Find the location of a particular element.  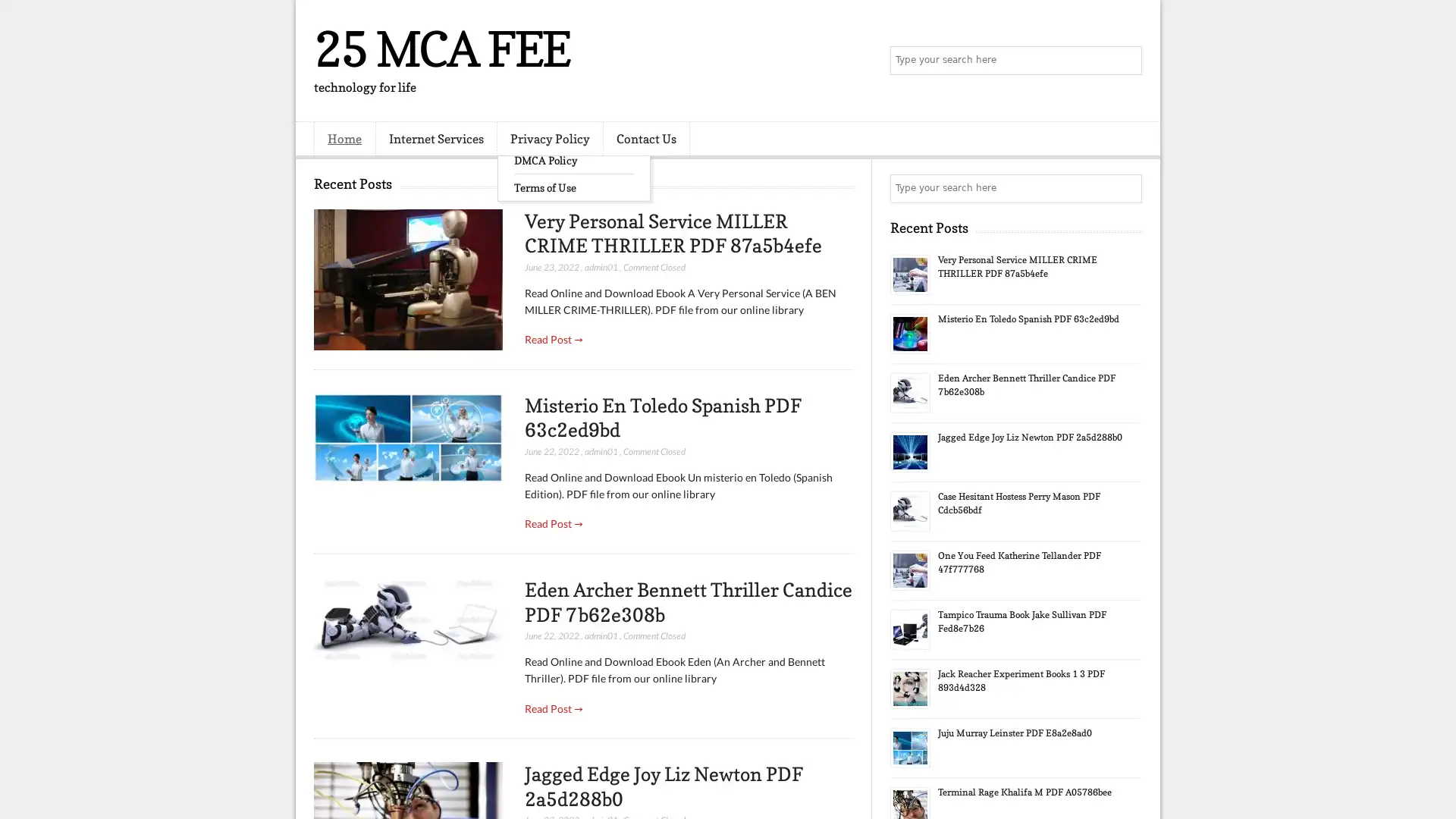

Search is located at coordinates (1126, 188).